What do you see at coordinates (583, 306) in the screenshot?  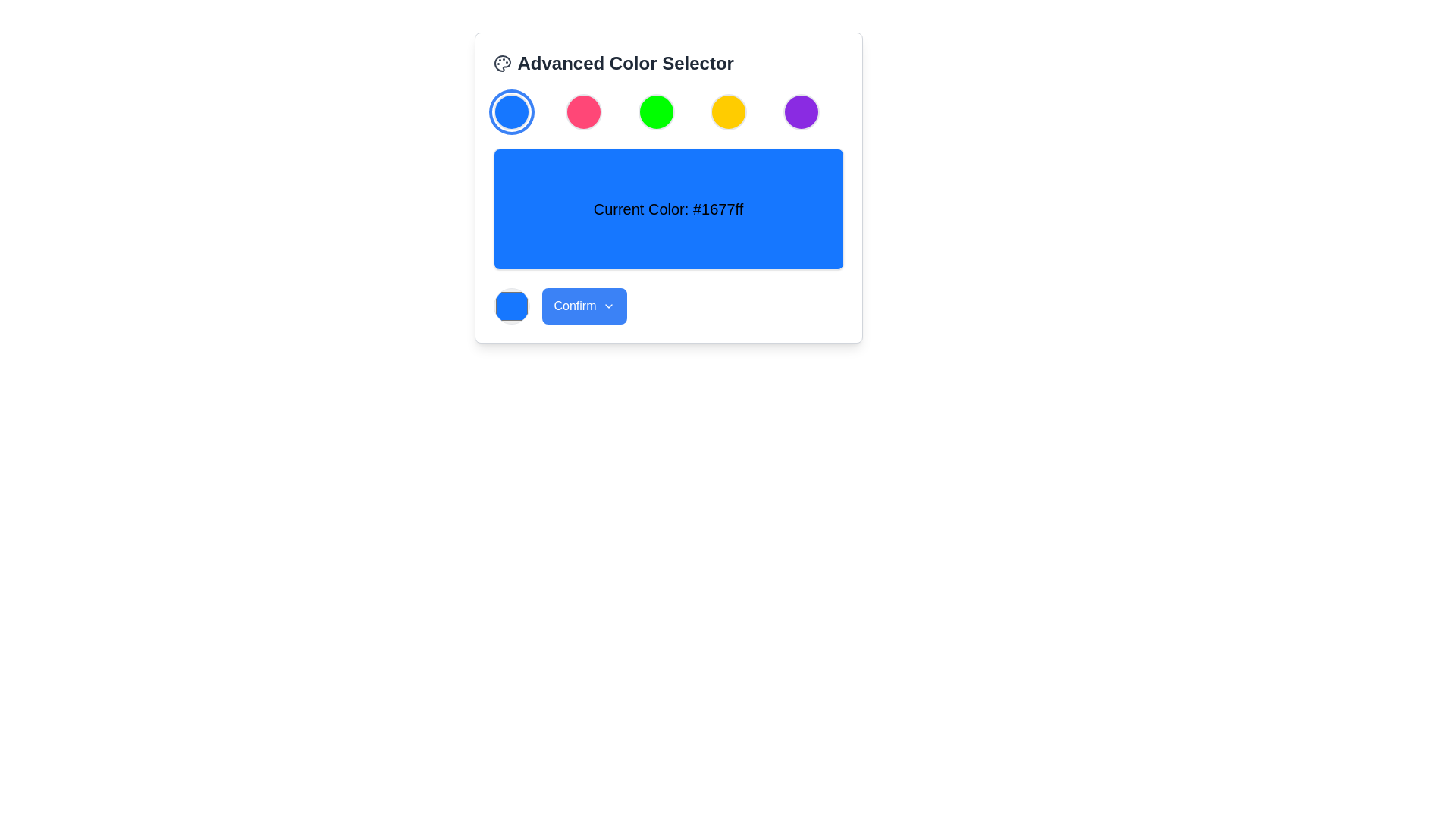 I see `the 'Confirm' button with a blue background and white text` at bounding box center [583, 306].